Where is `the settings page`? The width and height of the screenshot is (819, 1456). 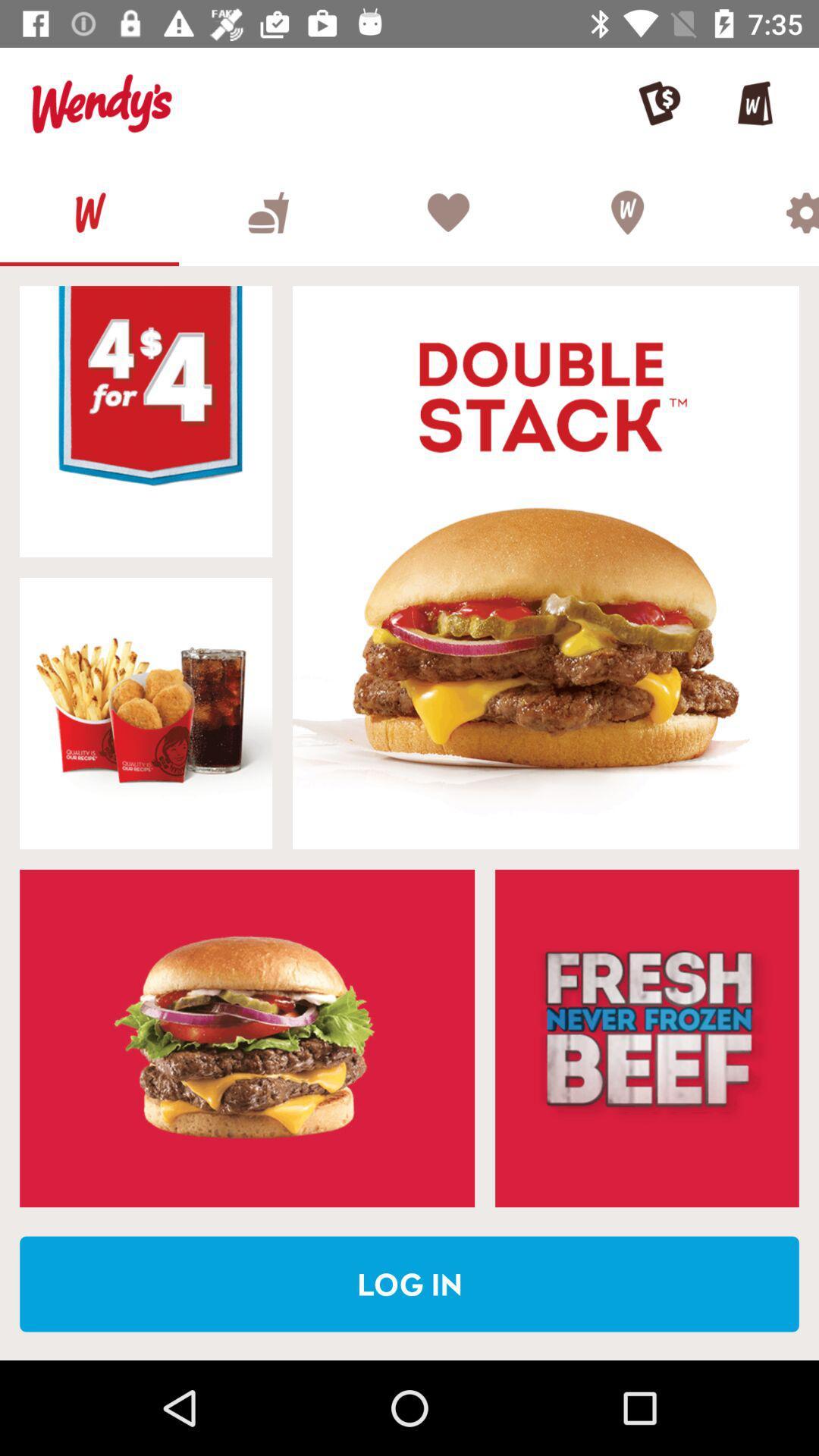 the settings page is located at coordinates (767, 212).